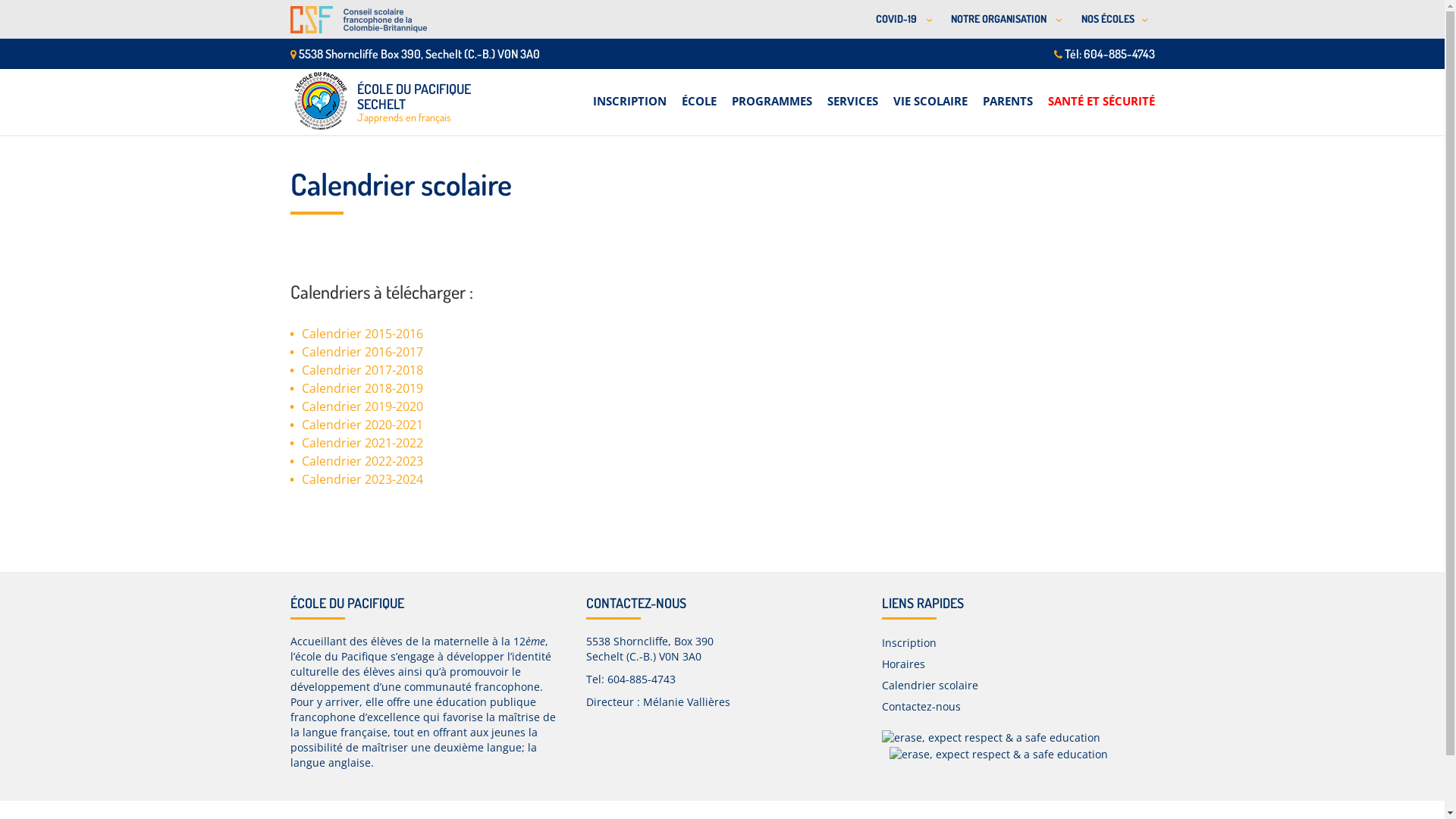 This screenshot has width=1456, height=819. I want to click on 'Calendrier 2019-2020', so click(362, 406).